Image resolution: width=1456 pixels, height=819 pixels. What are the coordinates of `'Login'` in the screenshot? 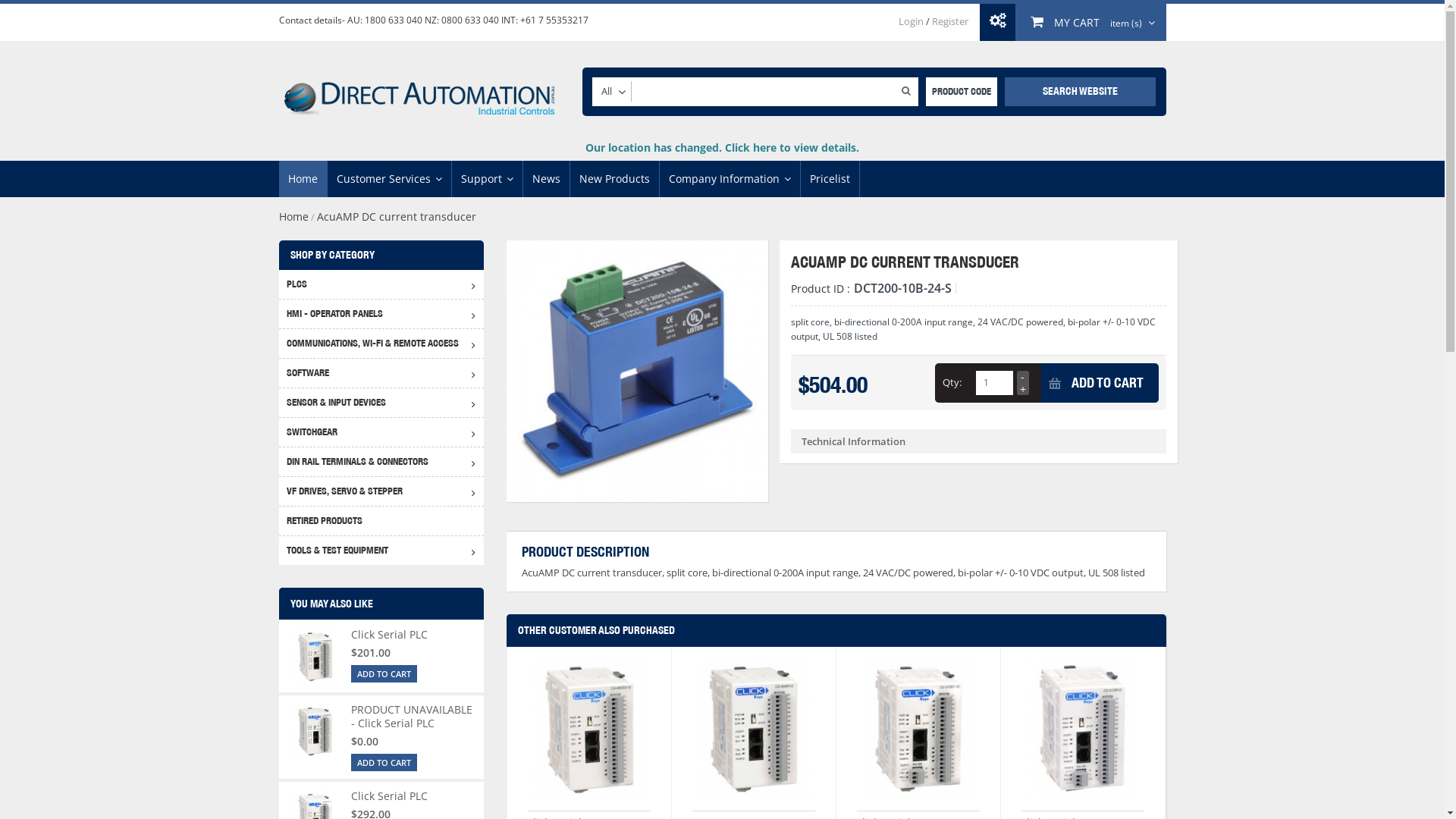 It's located at (910, 20).